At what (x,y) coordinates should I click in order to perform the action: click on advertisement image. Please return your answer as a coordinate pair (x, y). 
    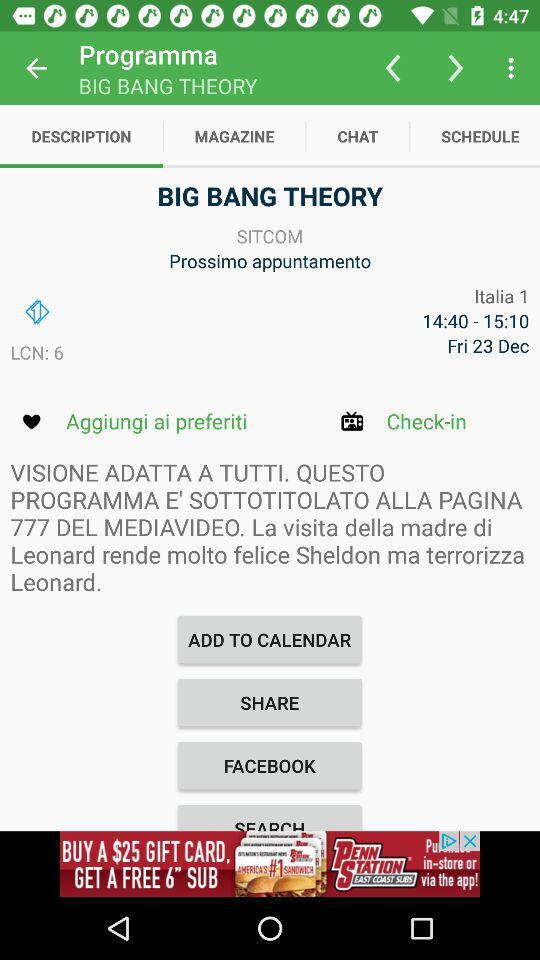
    Looking at the image, I should click on (270, 863).